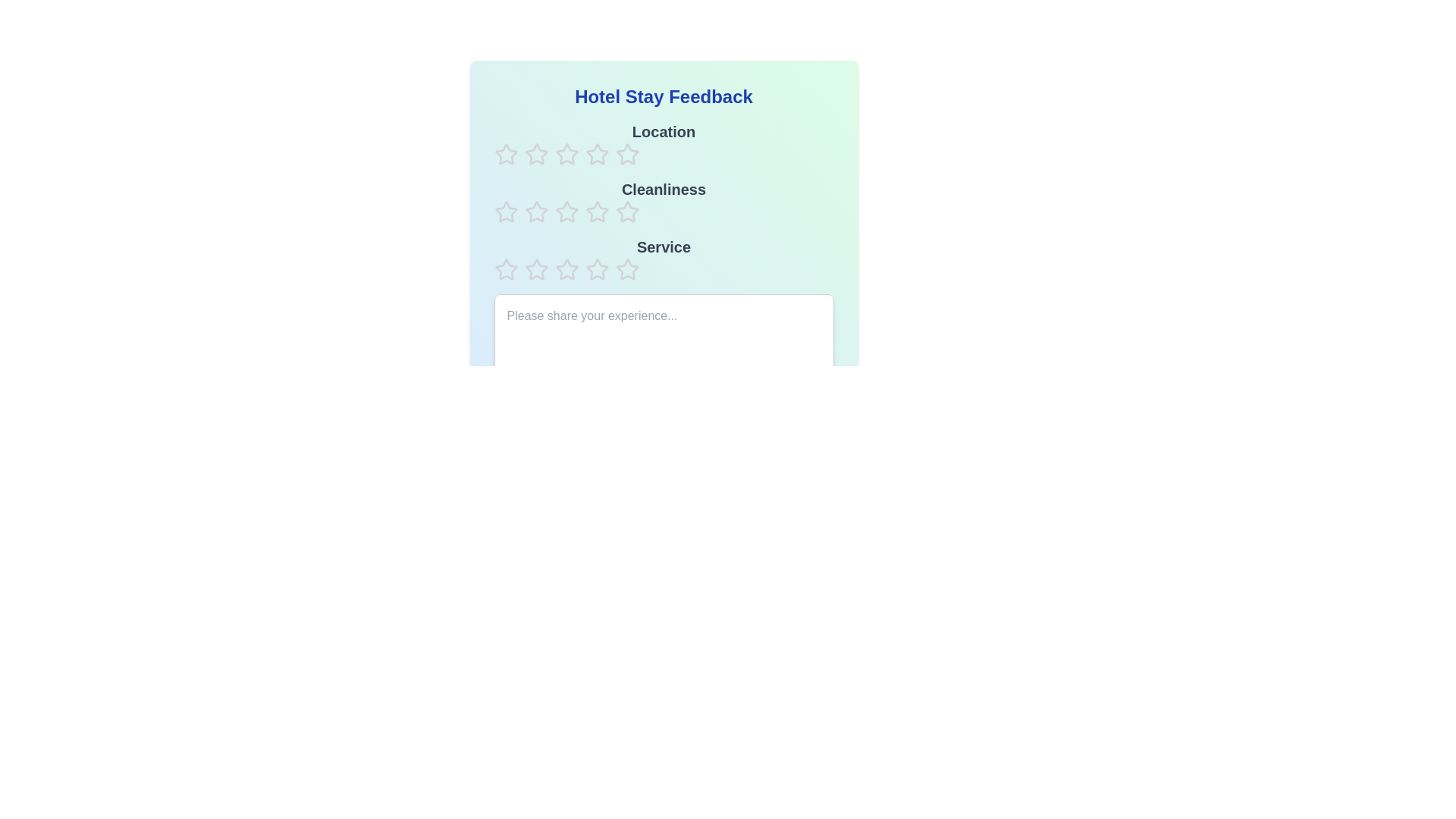 This screenshot has height=819, width=1456. I want to click on the cleanliness rating stars located in the center column of the feedback form card, positioned between the 'Location' and 'Service' rating sections, so click(664, 201).